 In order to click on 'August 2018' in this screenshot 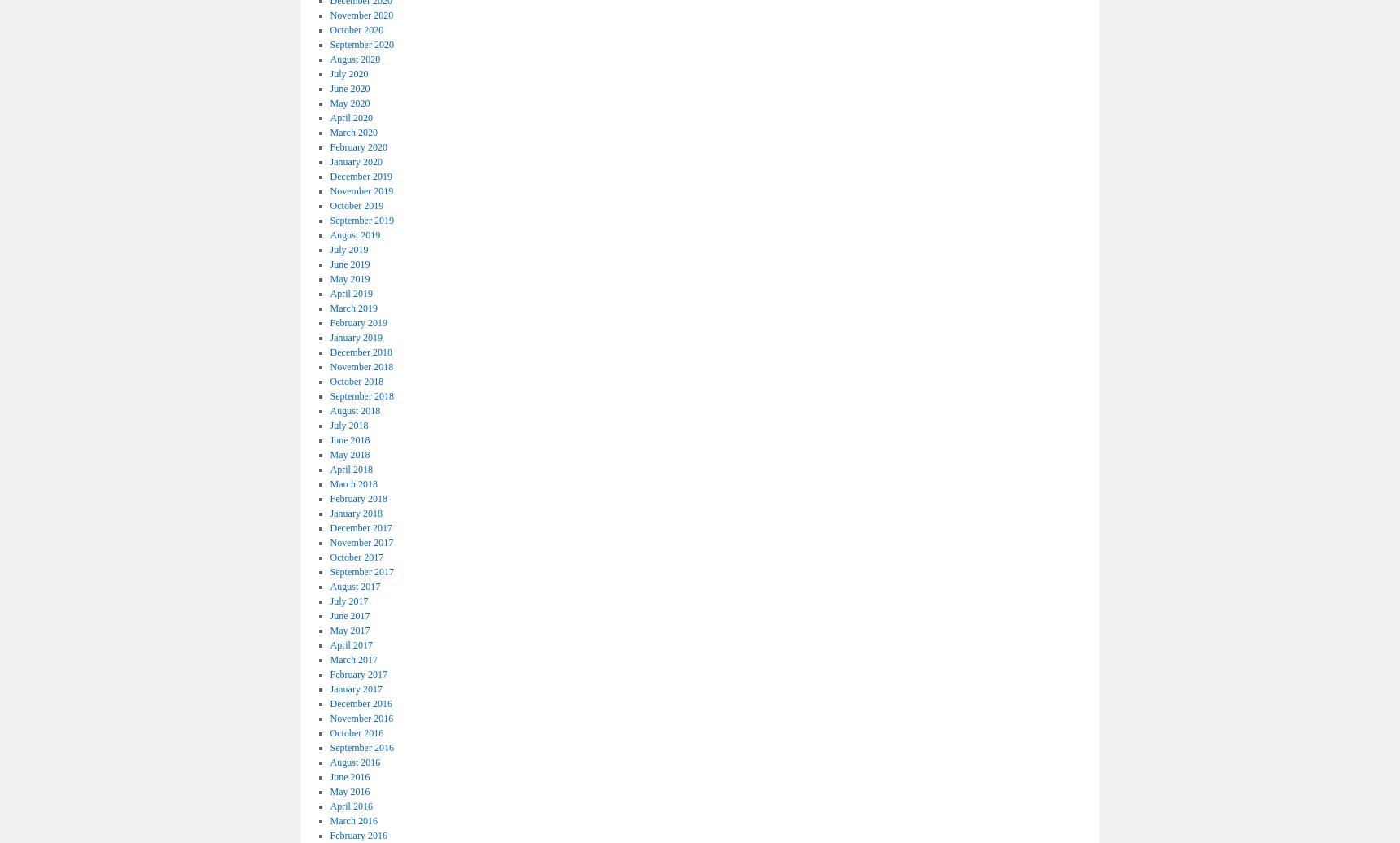, I will do `click(354, 410)`.